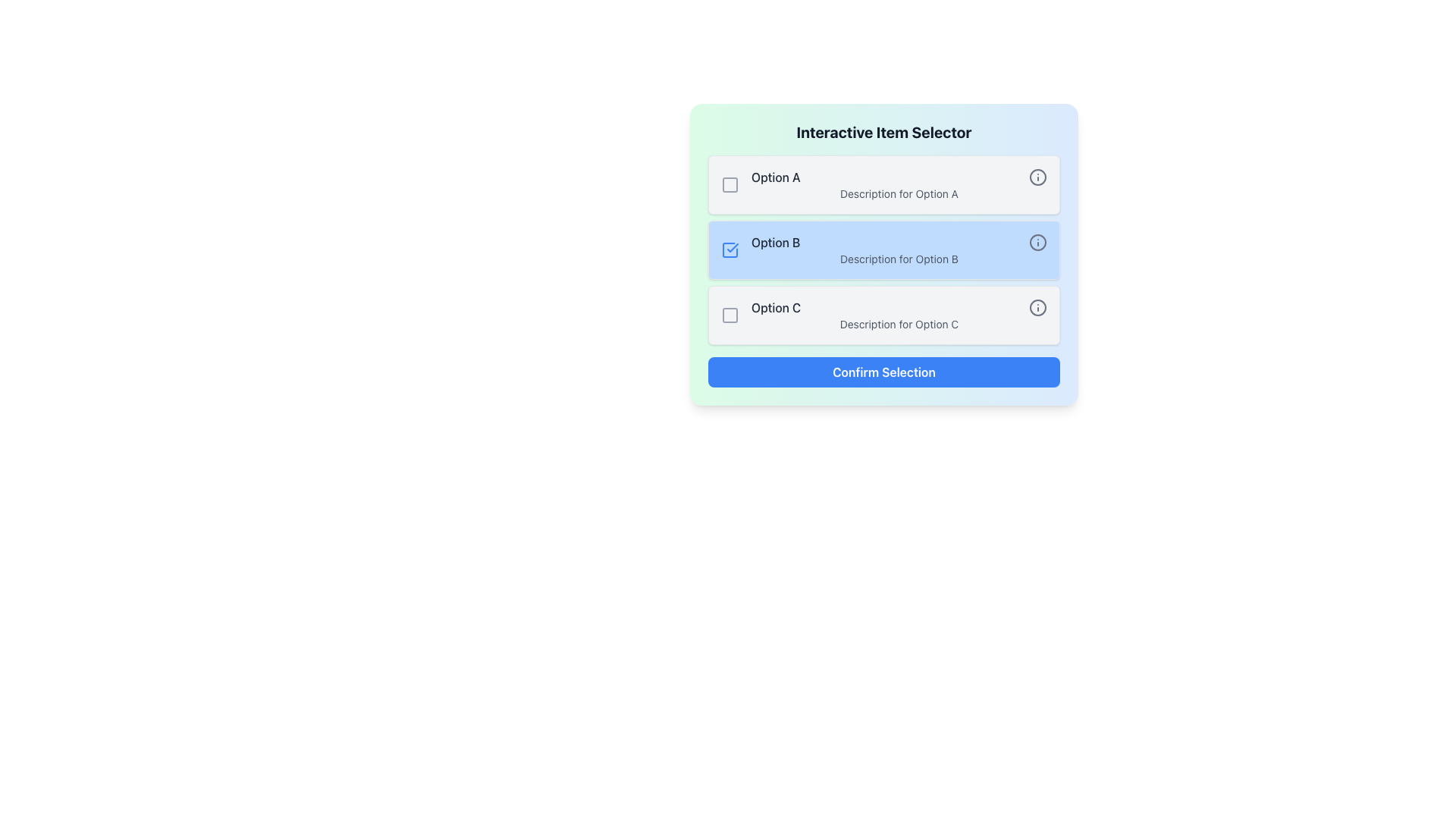  Describe the element at coordinates (776, 177) in the screenshot. I see `the Text Label that serves as the title for the first selectable option in the interface, located between a checkbox and an info button` at that location.